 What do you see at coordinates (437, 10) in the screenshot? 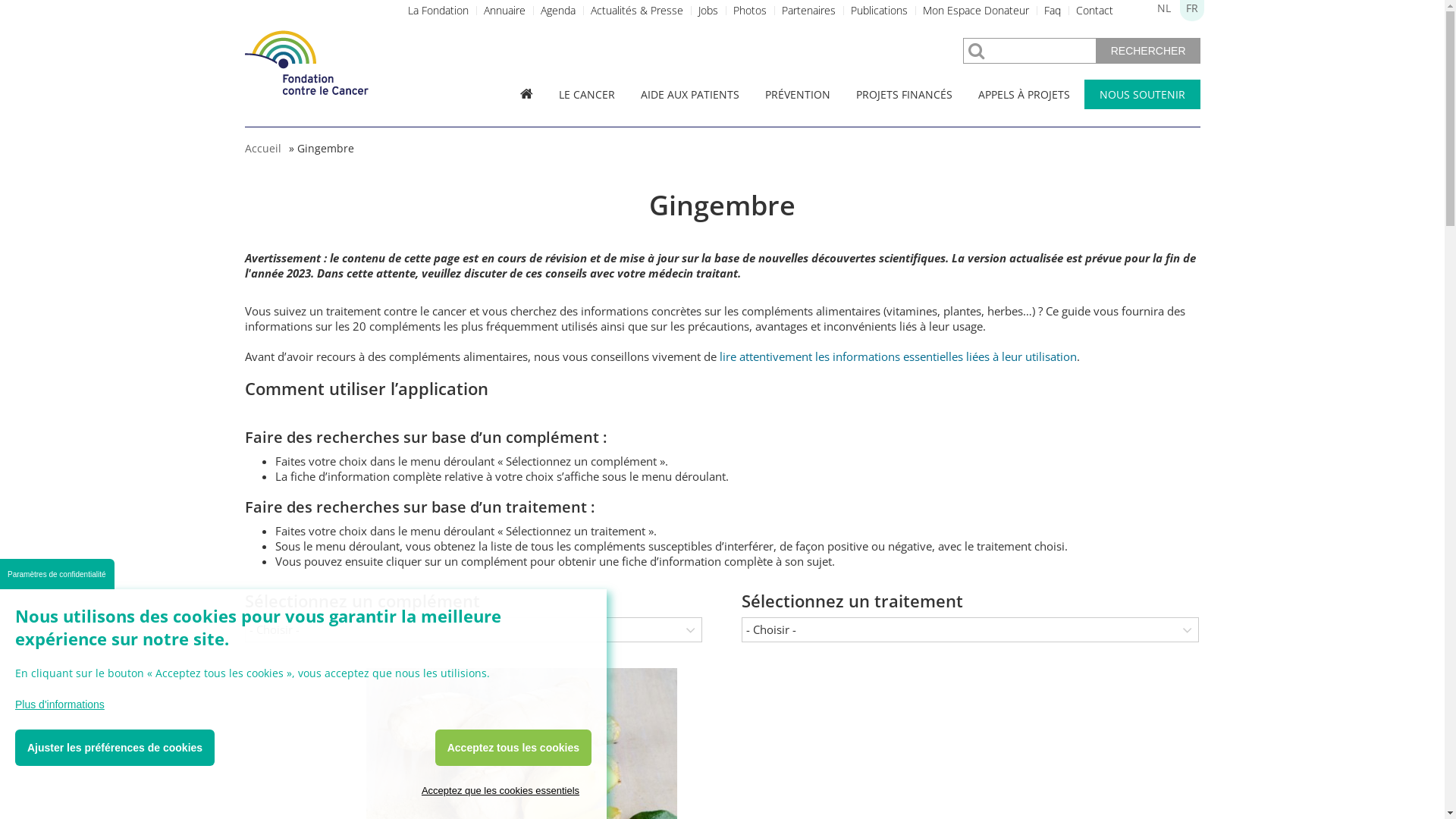
I see `'La Fondation'` at bounding box center [437, 10].